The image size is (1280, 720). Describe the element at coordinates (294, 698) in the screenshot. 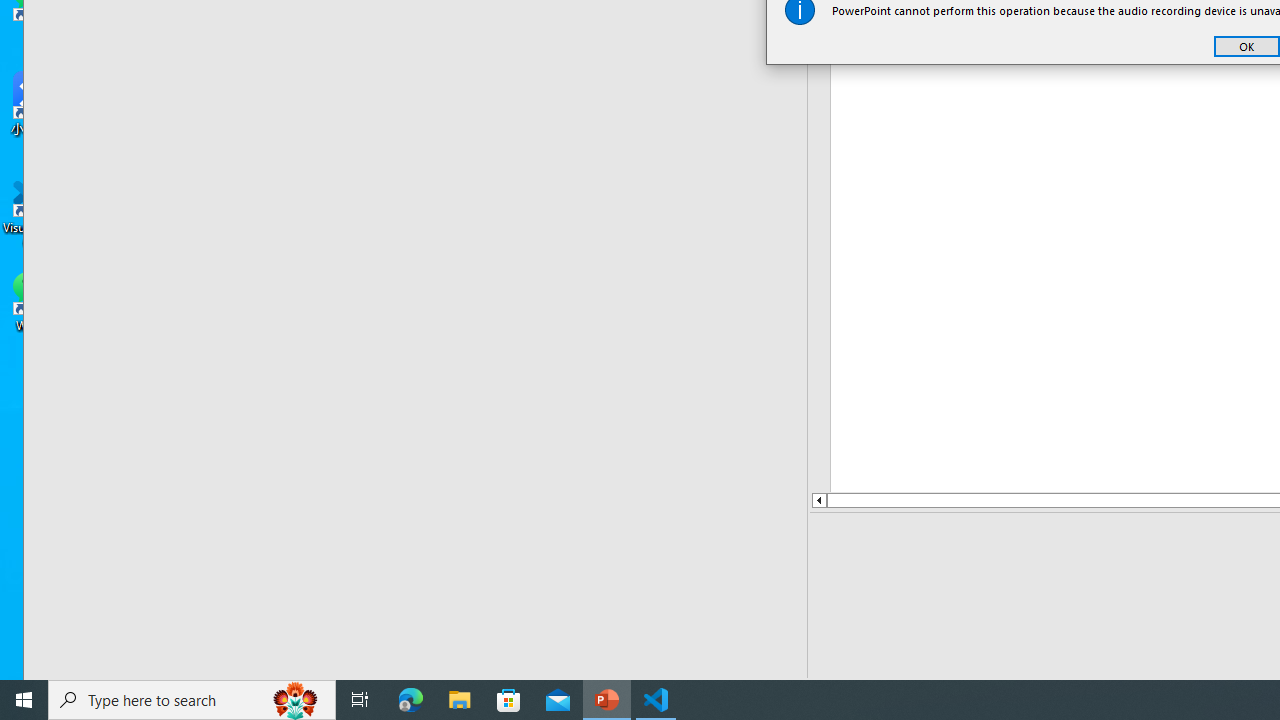

I see `'Search highlights icon opens search home window'` at that location.